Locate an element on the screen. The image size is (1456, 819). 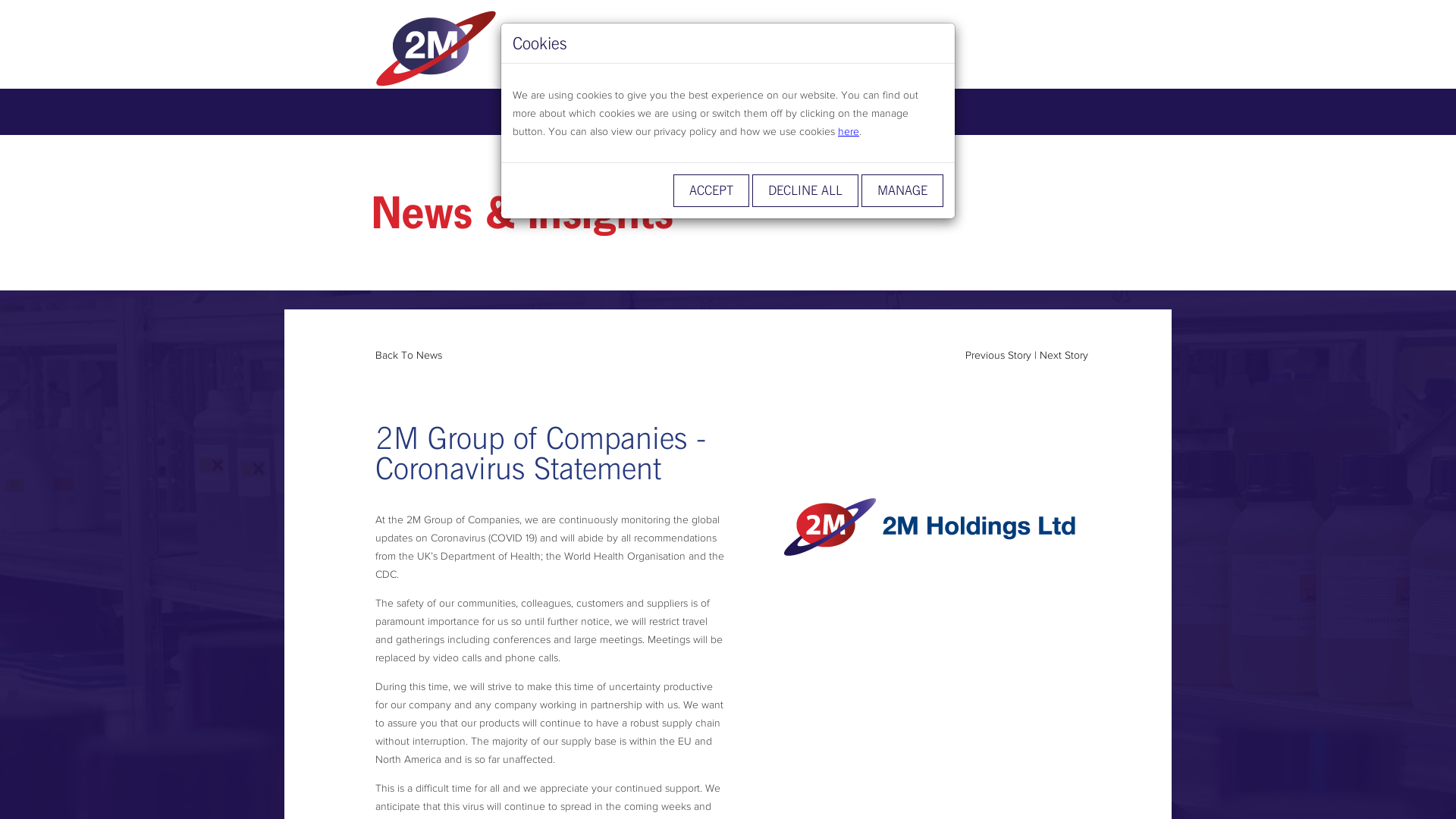
'CONTACT US' is located at coordinates (896, 111).